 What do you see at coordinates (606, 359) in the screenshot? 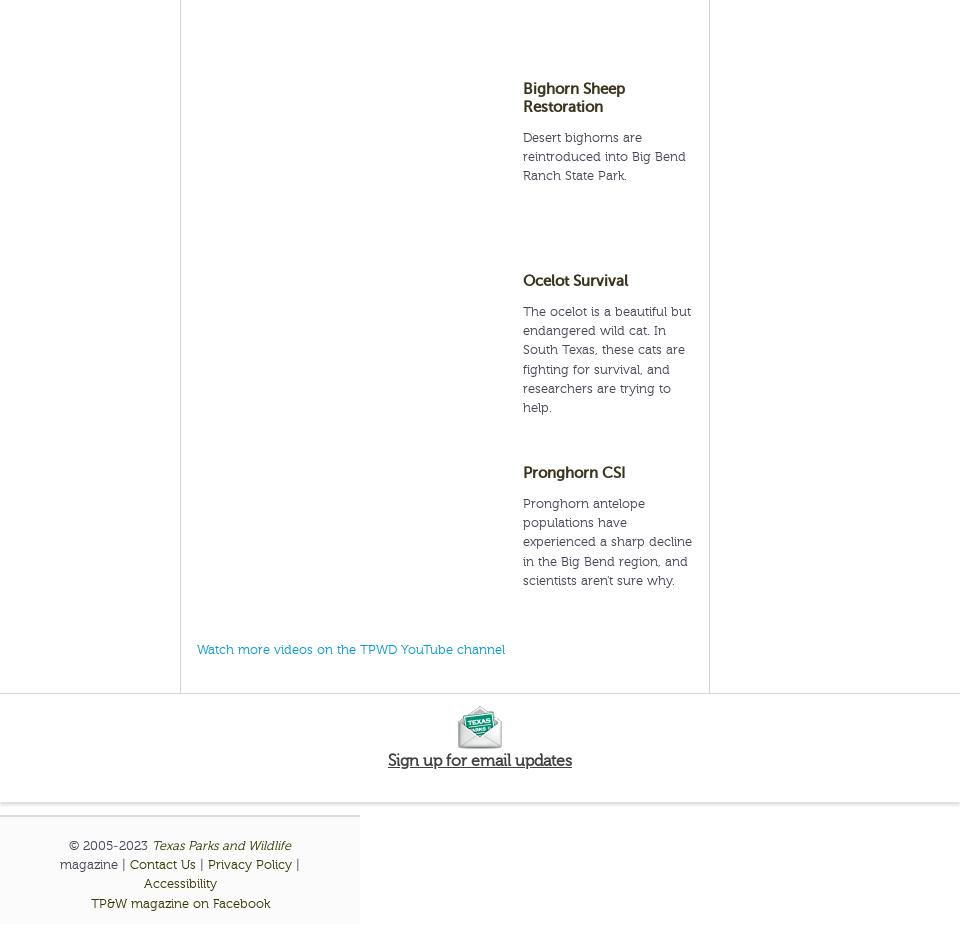
I see `'The ocelot is a beautiful but endangered wild cat. In South Texas, these cats are fighting for survival, and researchers are trying to help.'` at bounding box center [606, 359].